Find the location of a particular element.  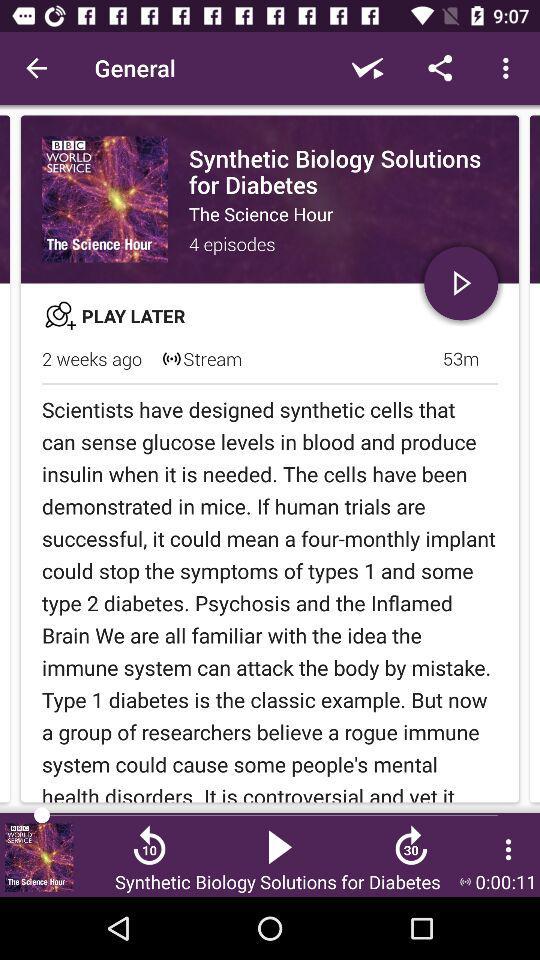

the more icon is located at coordinates (508, 848).